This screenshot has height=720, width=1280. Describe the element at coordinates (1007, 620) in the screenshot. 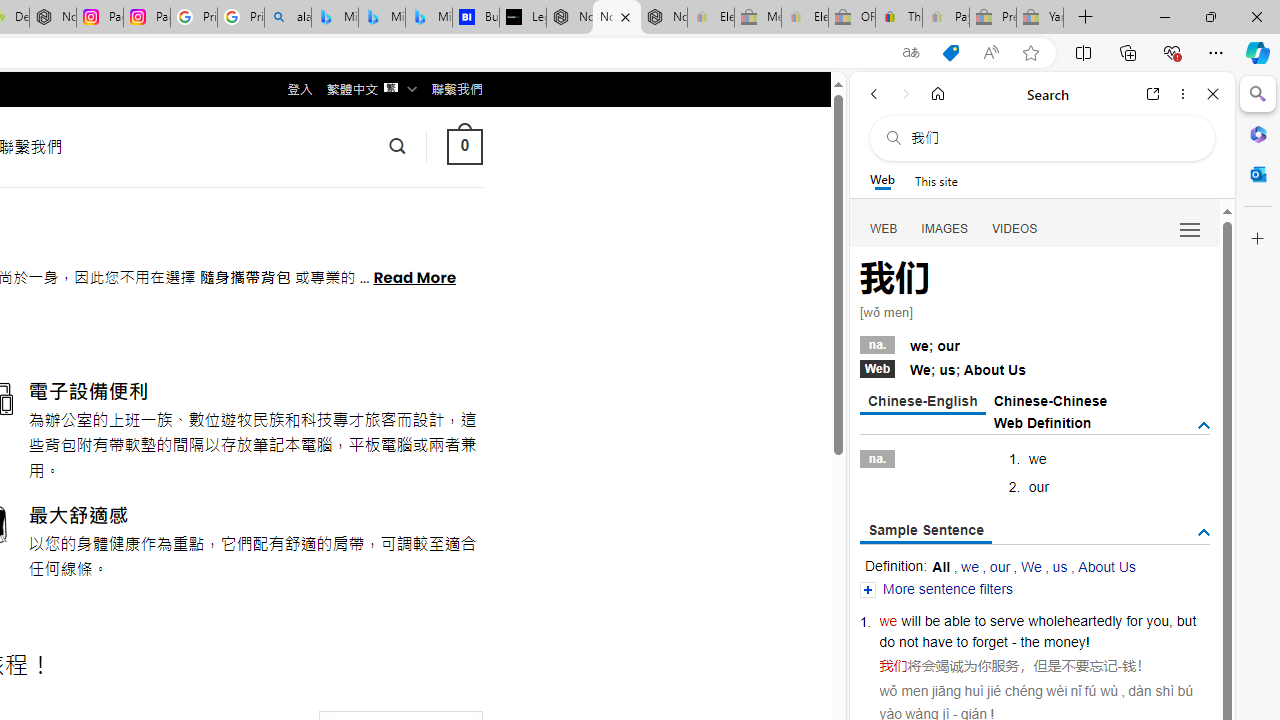

I see `'serve'` at that location.